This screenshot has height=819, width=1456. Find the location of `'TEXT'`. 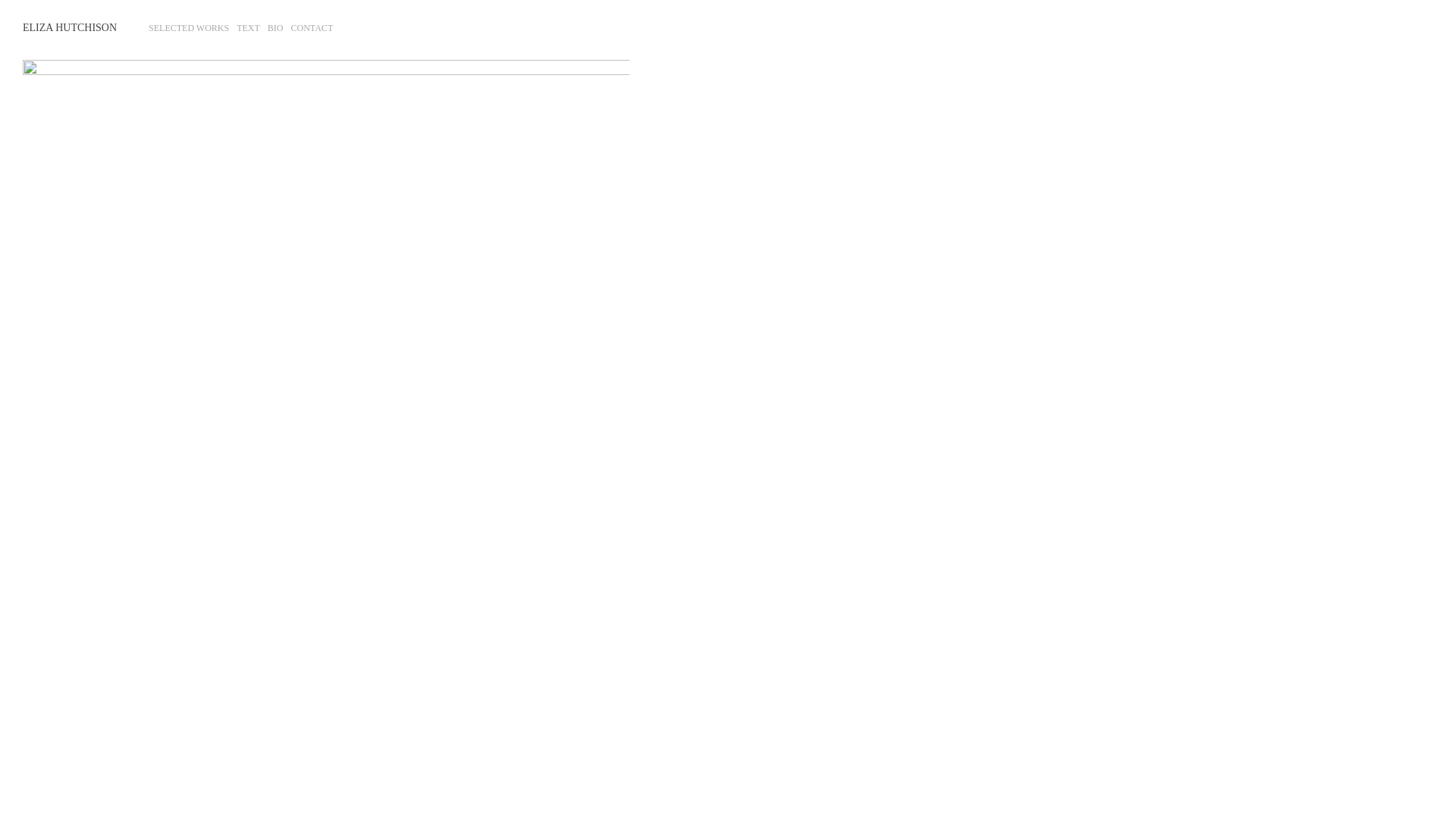

'TEXT' is located at coordinates (248, 28).